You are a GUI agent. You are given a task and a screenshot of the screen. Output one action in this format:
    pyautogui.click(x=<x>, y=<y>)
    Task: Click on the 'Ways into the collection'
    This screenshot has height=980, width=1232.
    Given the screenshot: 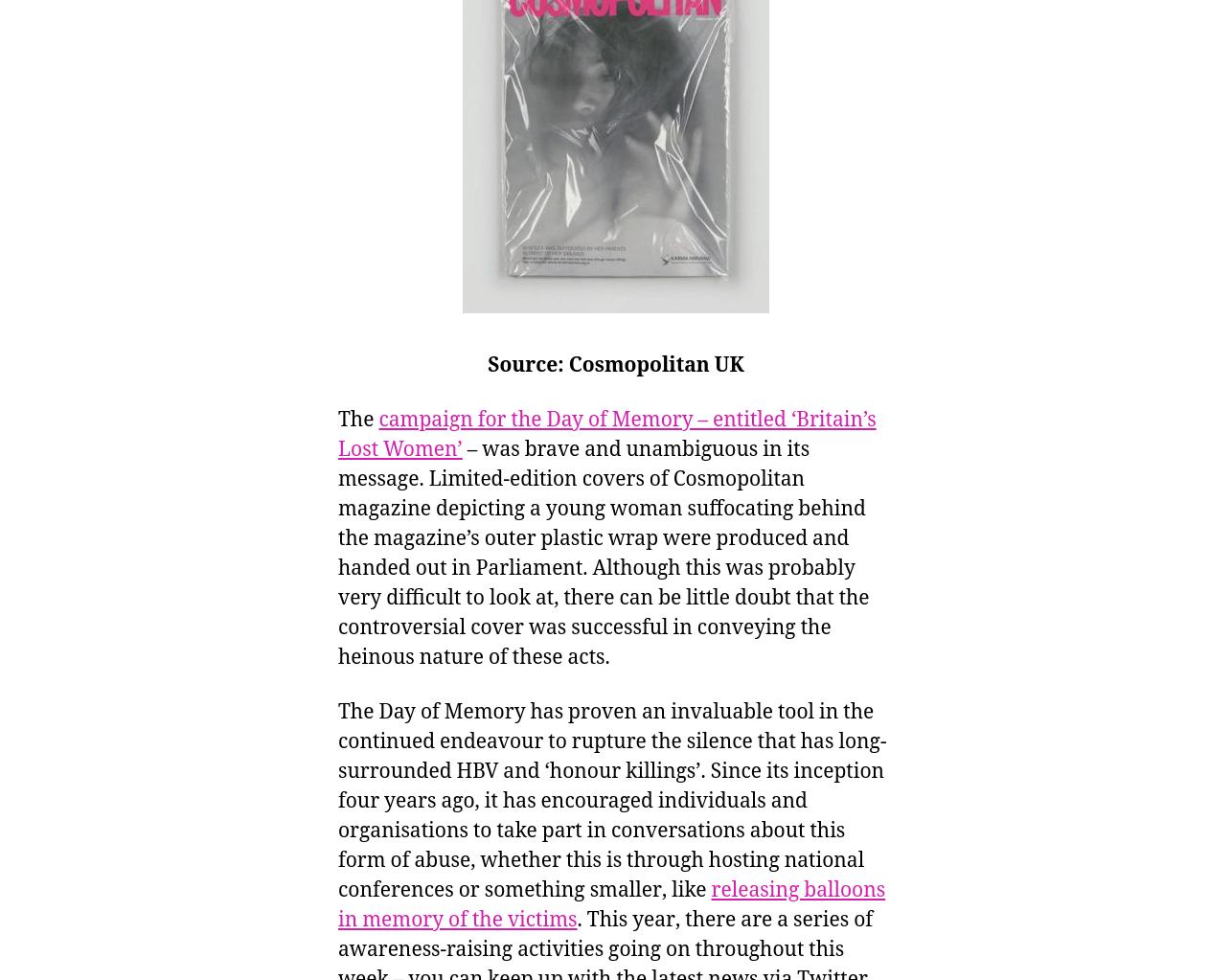 What is the action you would take?
    pyautogui.click(x=40, y=78)
    